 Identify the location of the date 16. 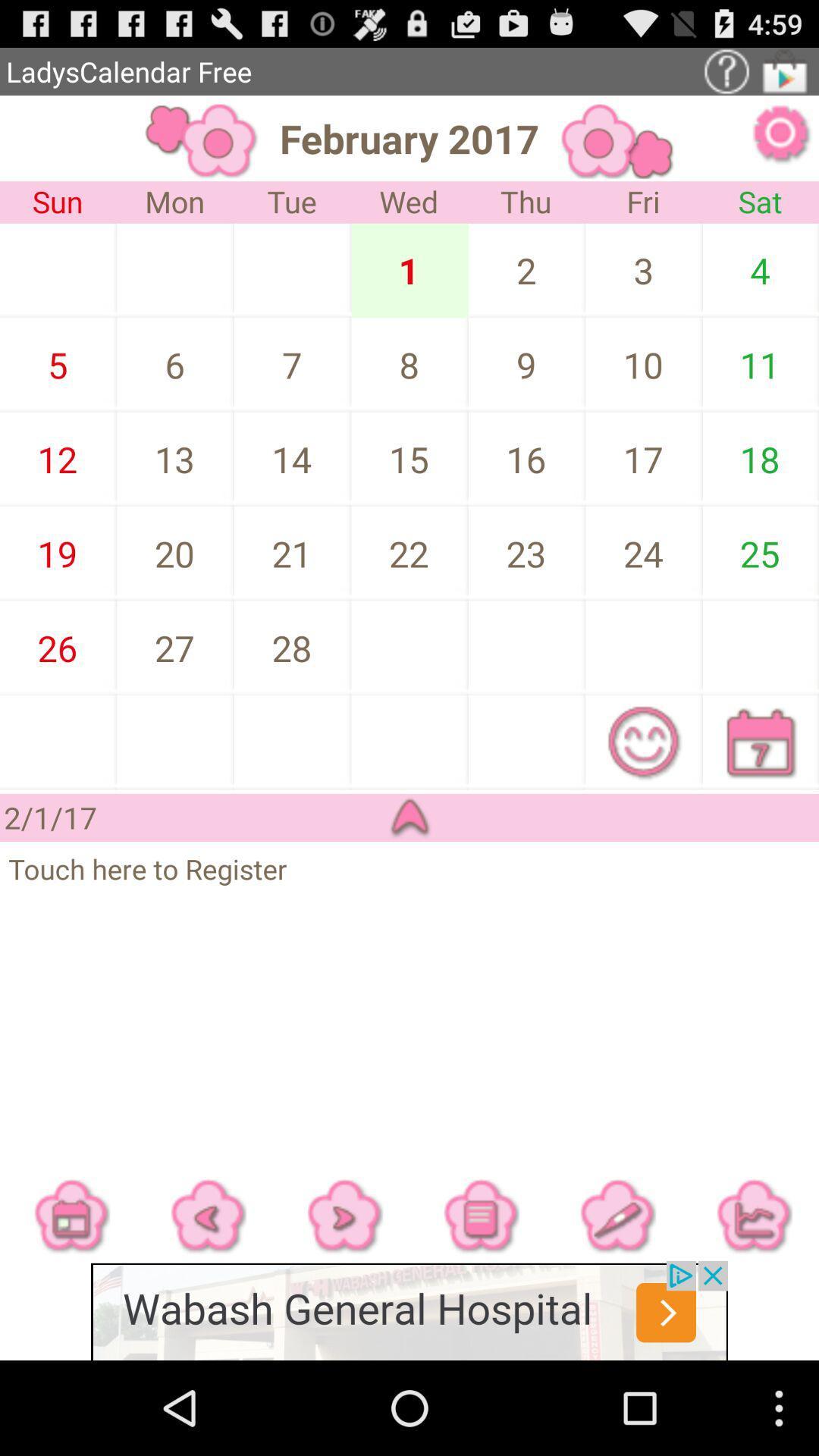
(484, 458).